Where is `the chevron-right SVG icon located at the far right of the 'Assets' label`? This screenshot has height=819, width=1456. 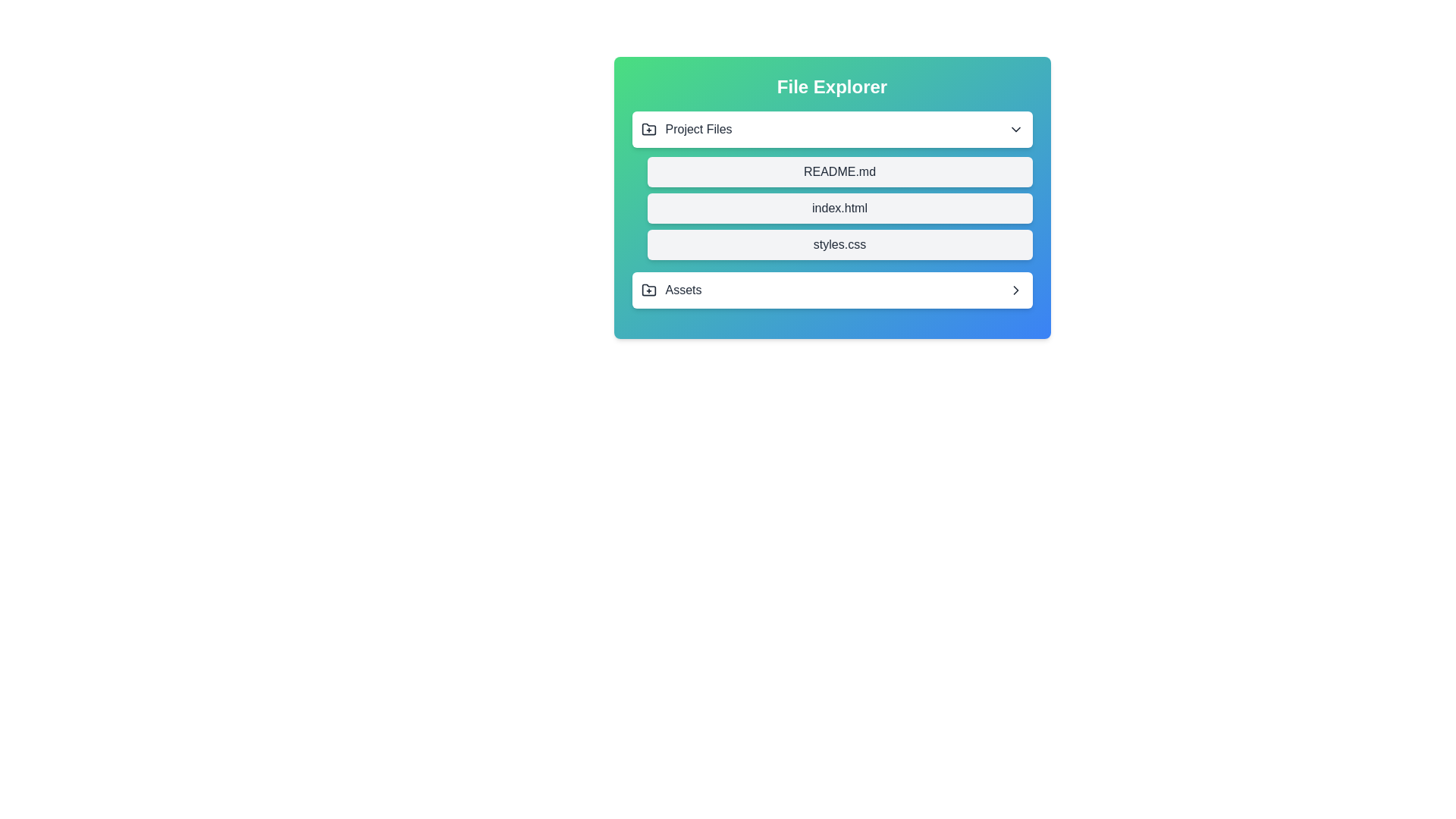 the chevron-right SVG icon located at the far right of the 'Assets' label is located at coordinates (1015, 290).